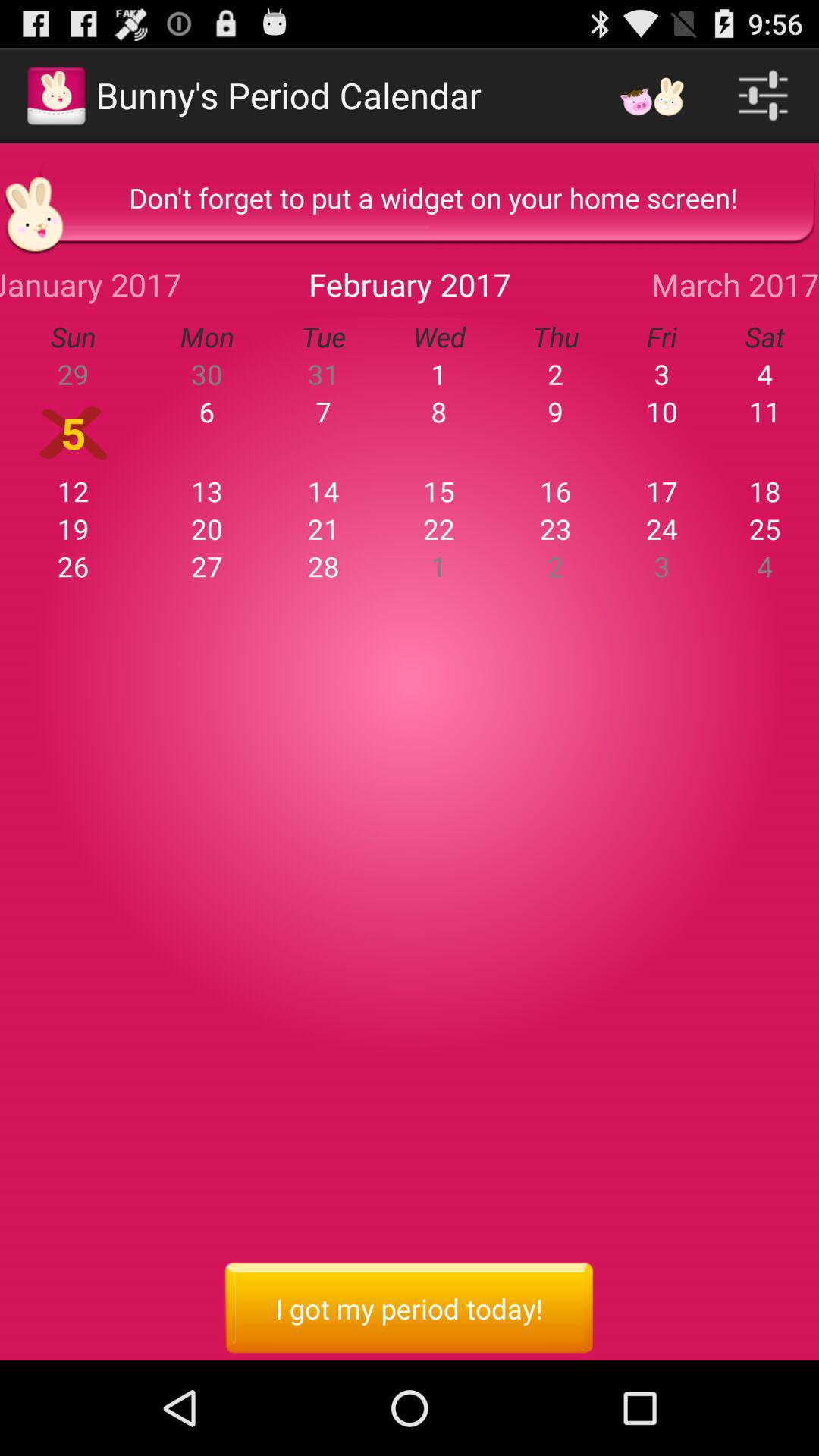 Image resolution: width=819 pixels, height=1456 pixels. What do you see at coordinates (207, 529) in the screenshot?
I see `20 which is just below 13` at bounding box center [207, 529].